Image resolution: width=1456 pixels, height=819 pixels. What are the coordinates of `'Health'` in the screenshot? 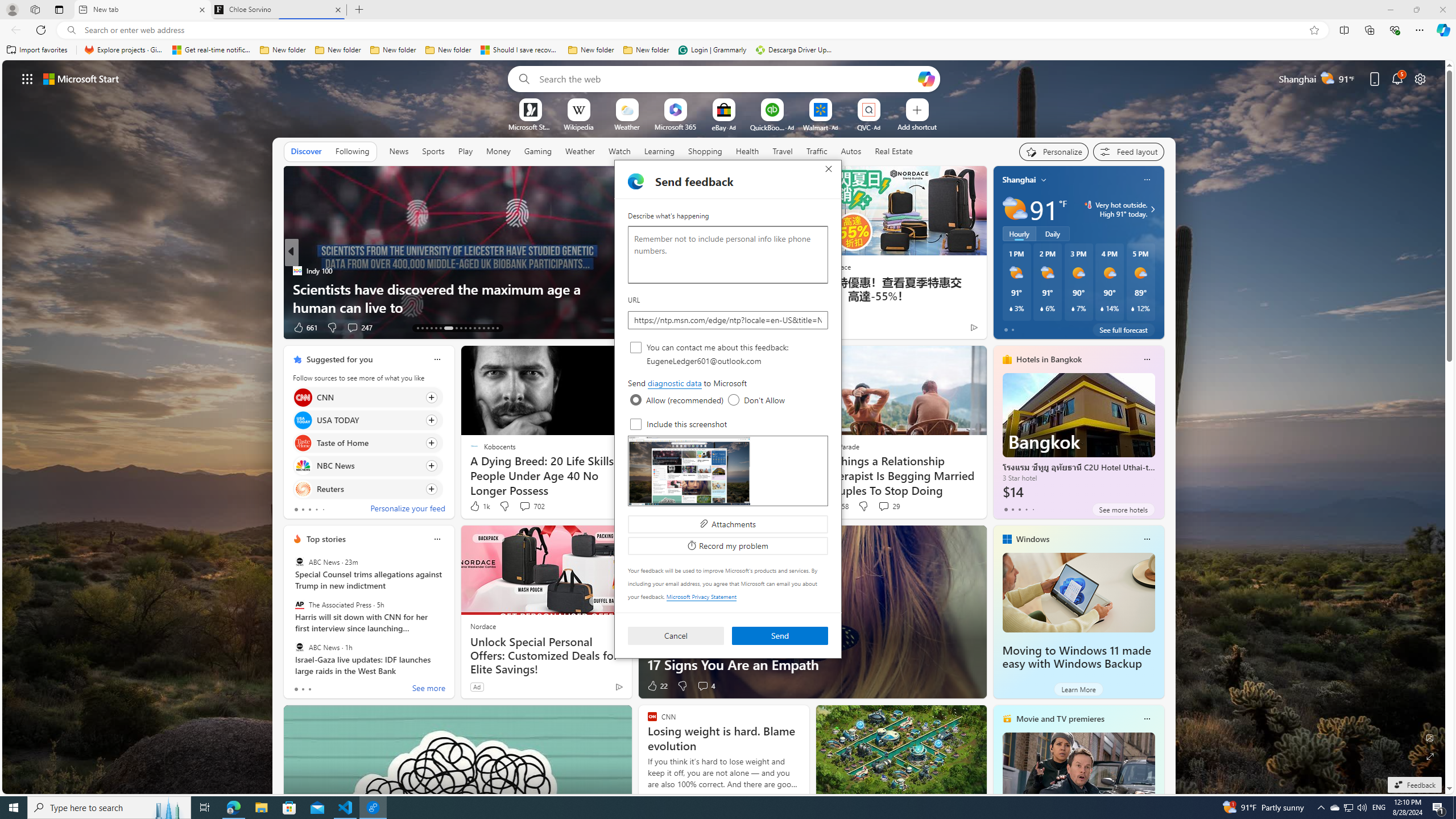 It's located at (746, 151).